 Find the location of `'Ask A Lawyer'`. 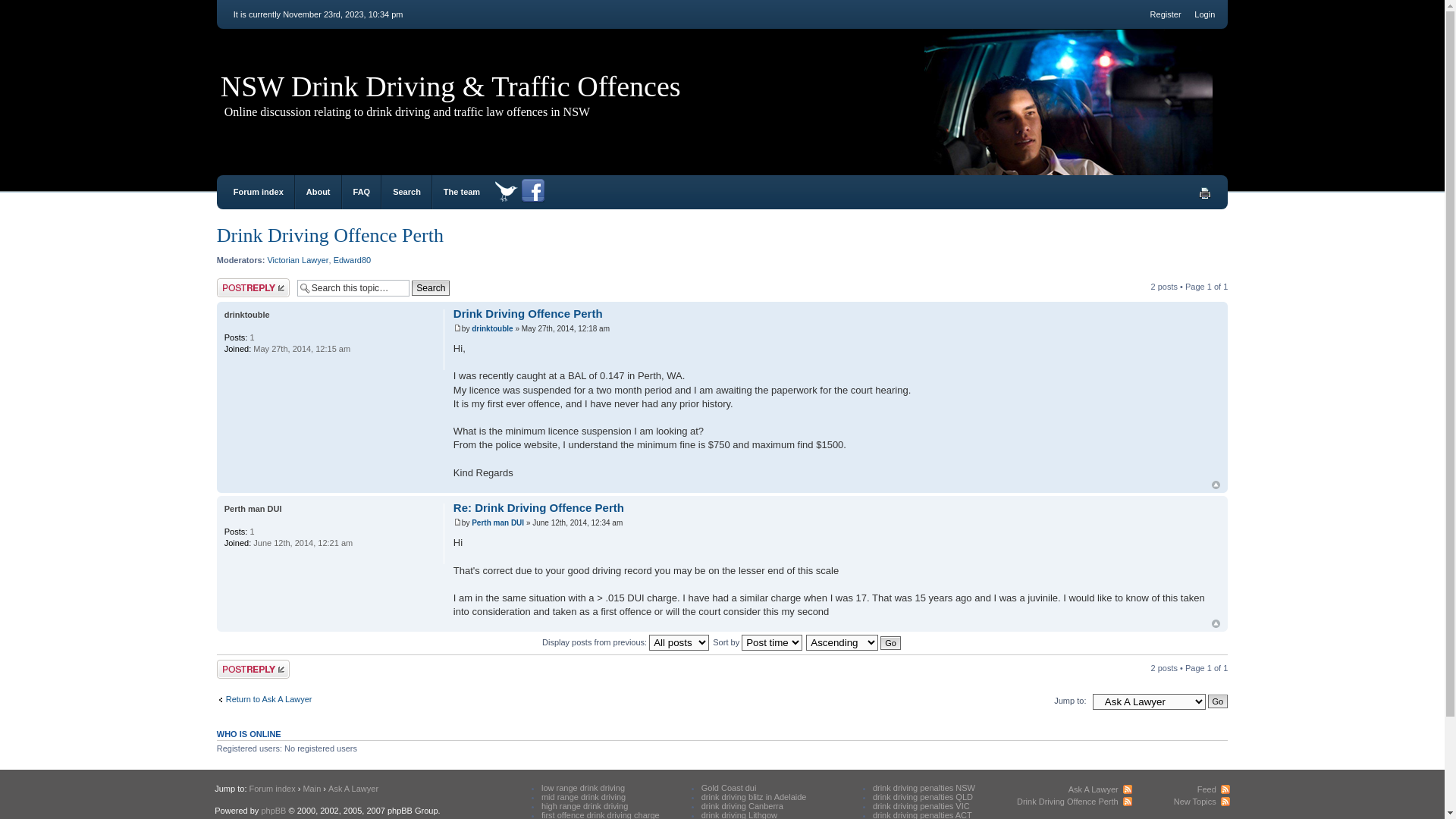

'Ask A Lawyer' is located at coordinates (1100, 789).